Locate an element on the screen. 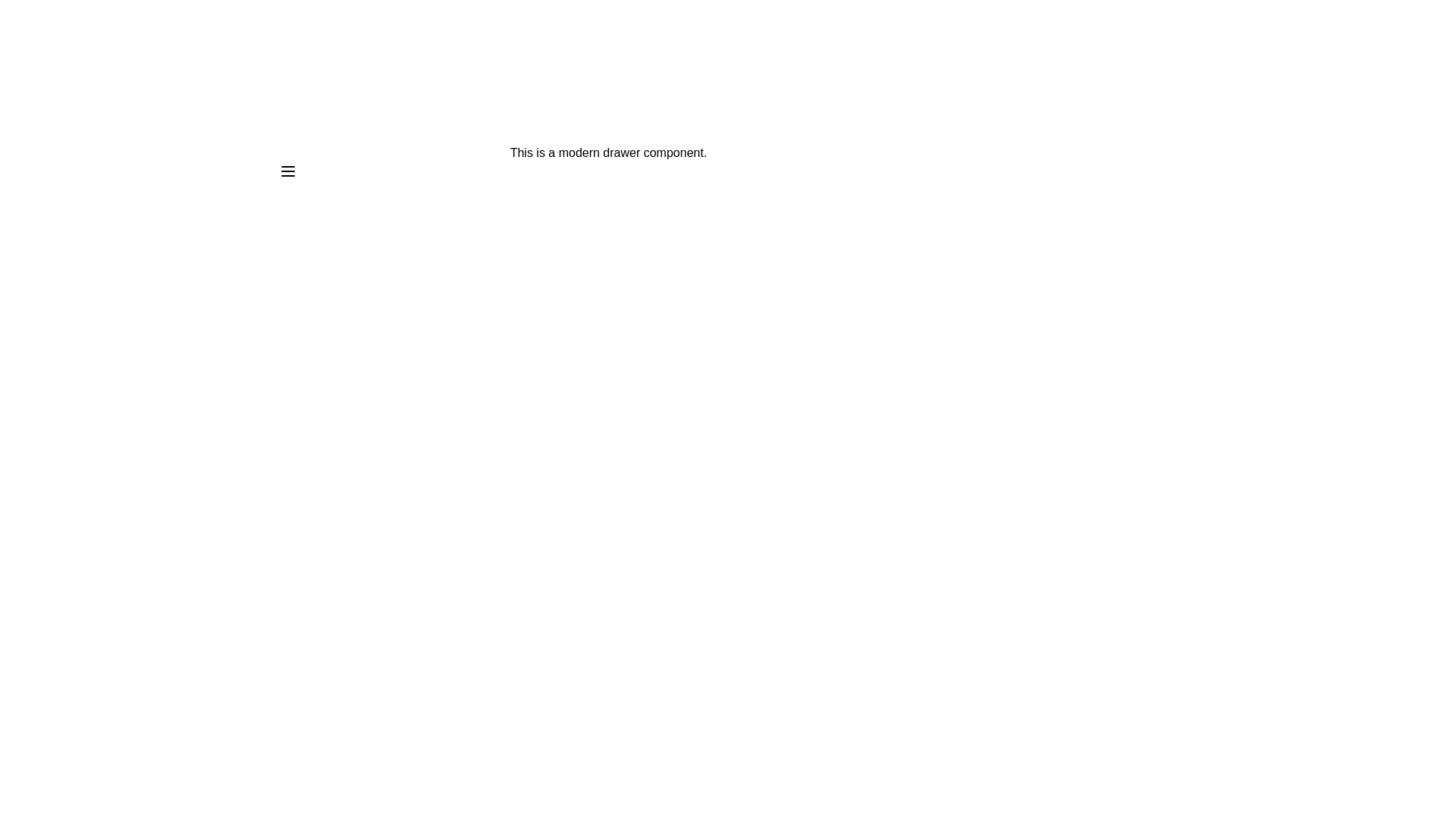 The height and width of the screenshot is (819, 1456). the descriptive text by dragging the cursor over it is located at coordinates (279, 143).